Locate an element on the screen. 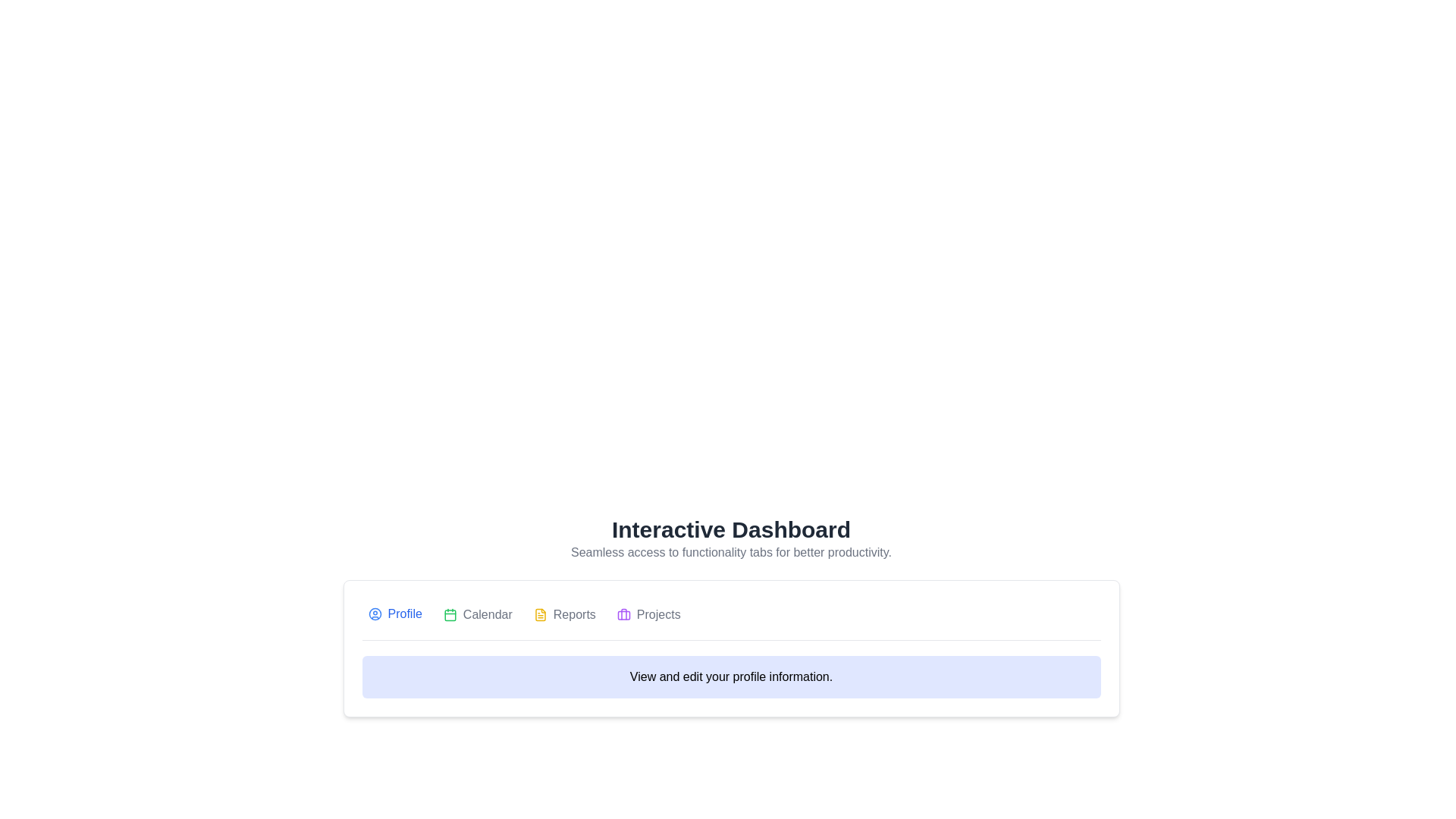 This screenshot has width=1456, height=819. the yellow document icon representing a file or report, located to the left of the 'Reports' text in the tab group at the center-bottom of the interface is located at coordinates (540, 614).